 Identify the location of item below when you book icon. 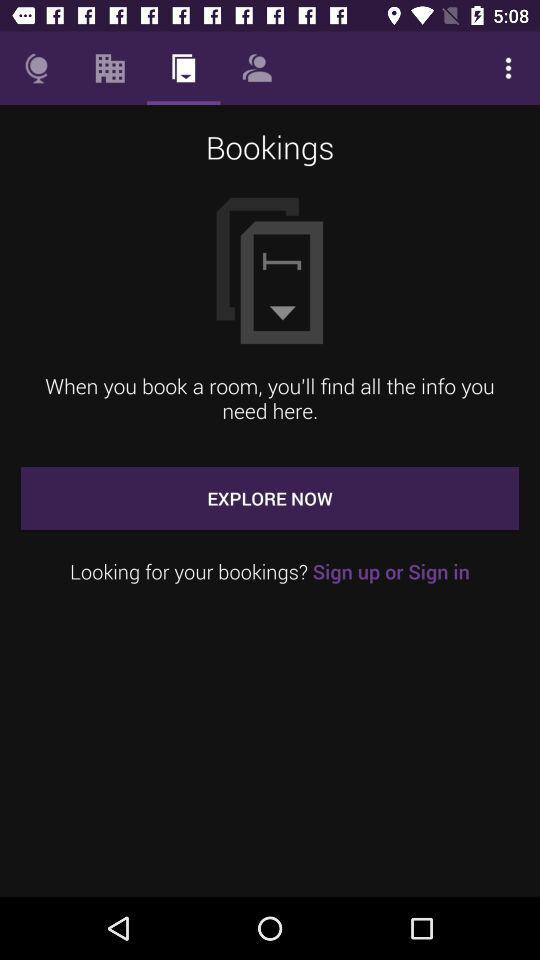
(270, 497).